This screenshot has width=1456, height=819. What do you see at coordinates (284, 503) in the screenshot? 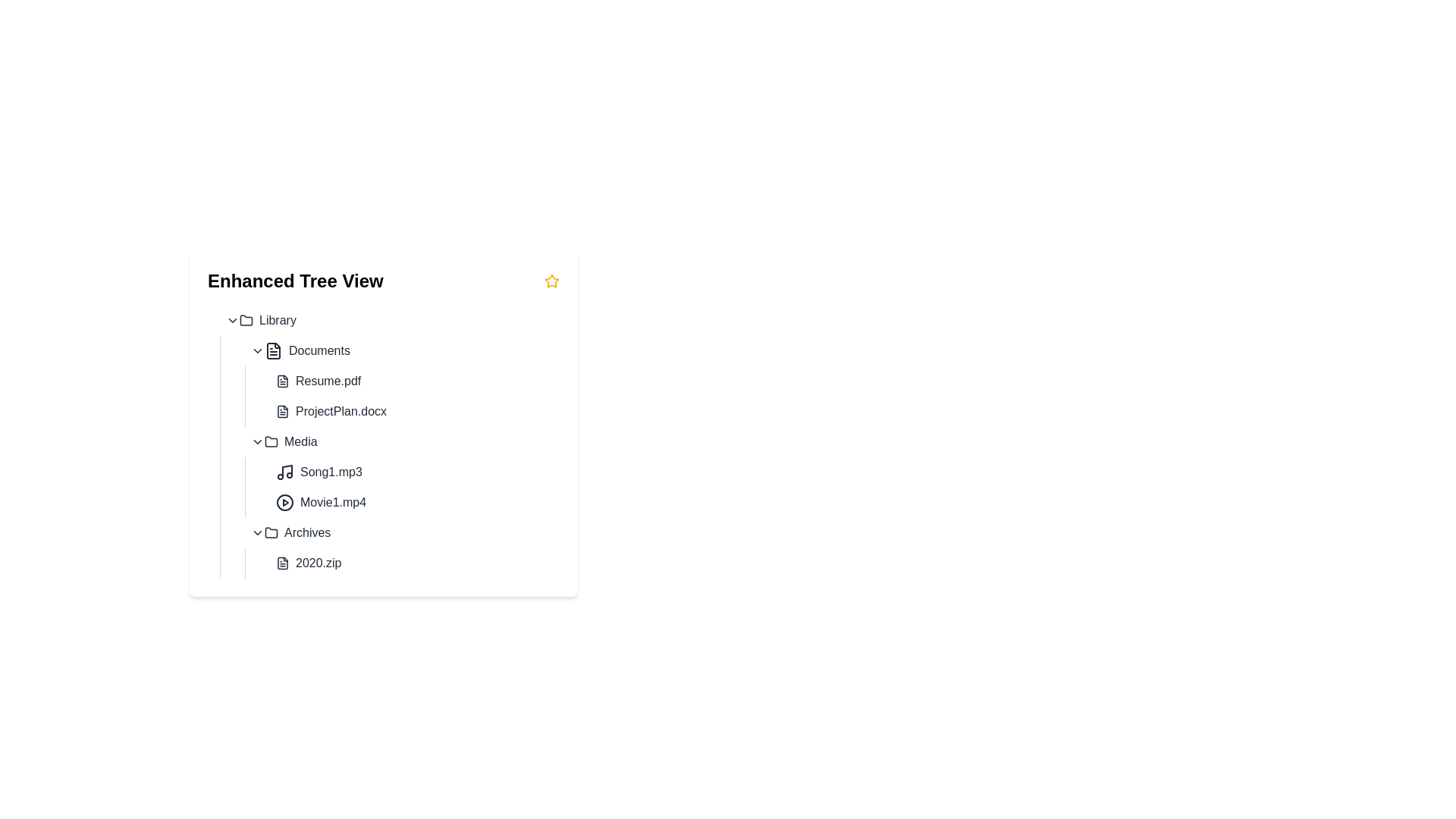
I see `the play button located to the immediate left of the text label 'Movie1.mp4' to play or preview the media file` at bounding box center [284, 503].